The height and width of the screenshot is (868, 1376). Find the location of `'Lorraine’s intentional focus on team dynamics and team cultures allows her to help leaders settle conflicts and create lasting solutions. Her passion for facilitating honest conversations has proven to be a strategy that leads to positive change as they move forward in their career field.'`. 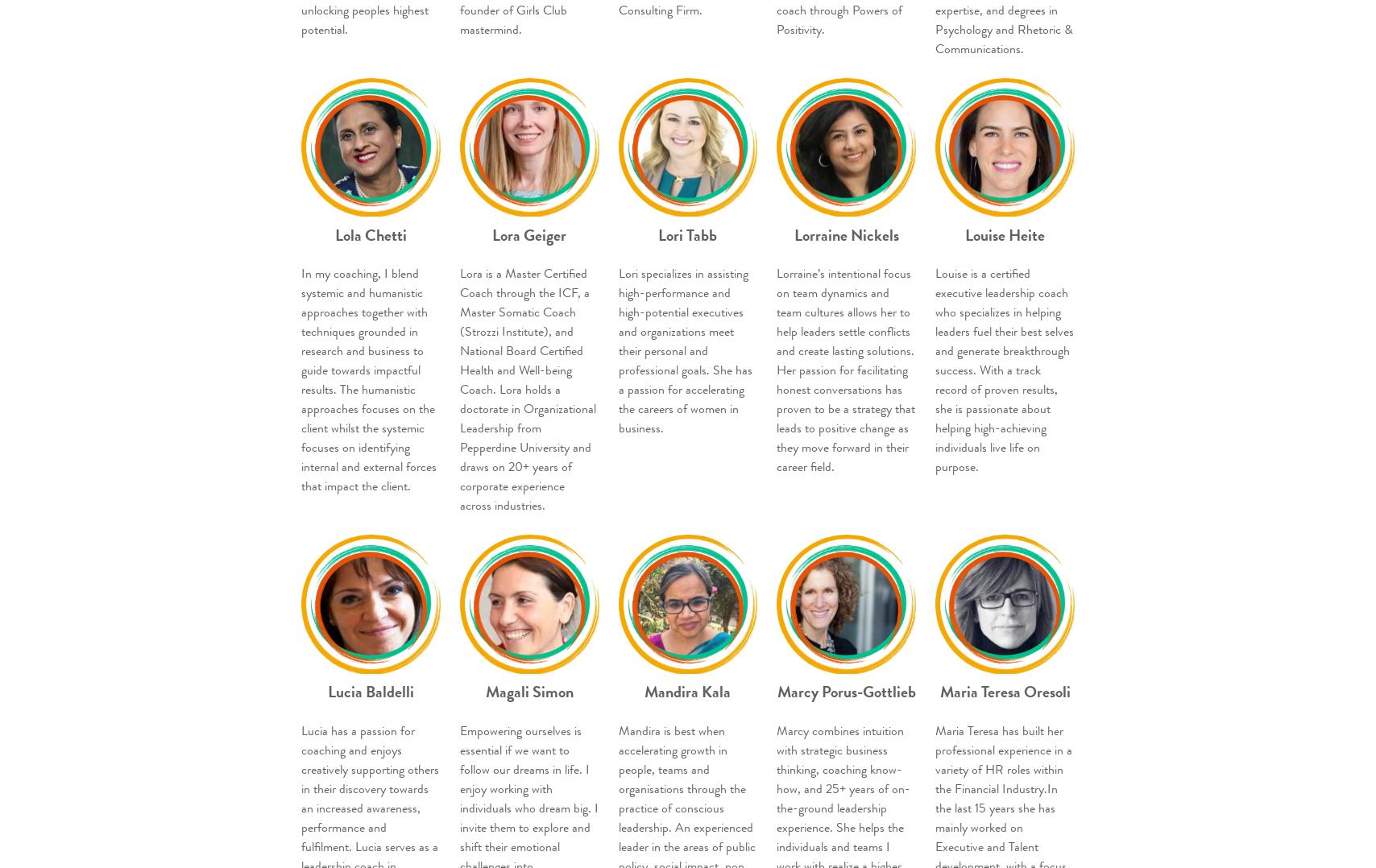

'Lorraine’s intentional focus on team dynamics and team cultures allows her to help leaders settle conflicts and create lasting solutions. Her passion for facilitating honest conversations has proven to be a strategy that leads to positive change as they move forward in their career field.' is located at coordinates (846, 370).